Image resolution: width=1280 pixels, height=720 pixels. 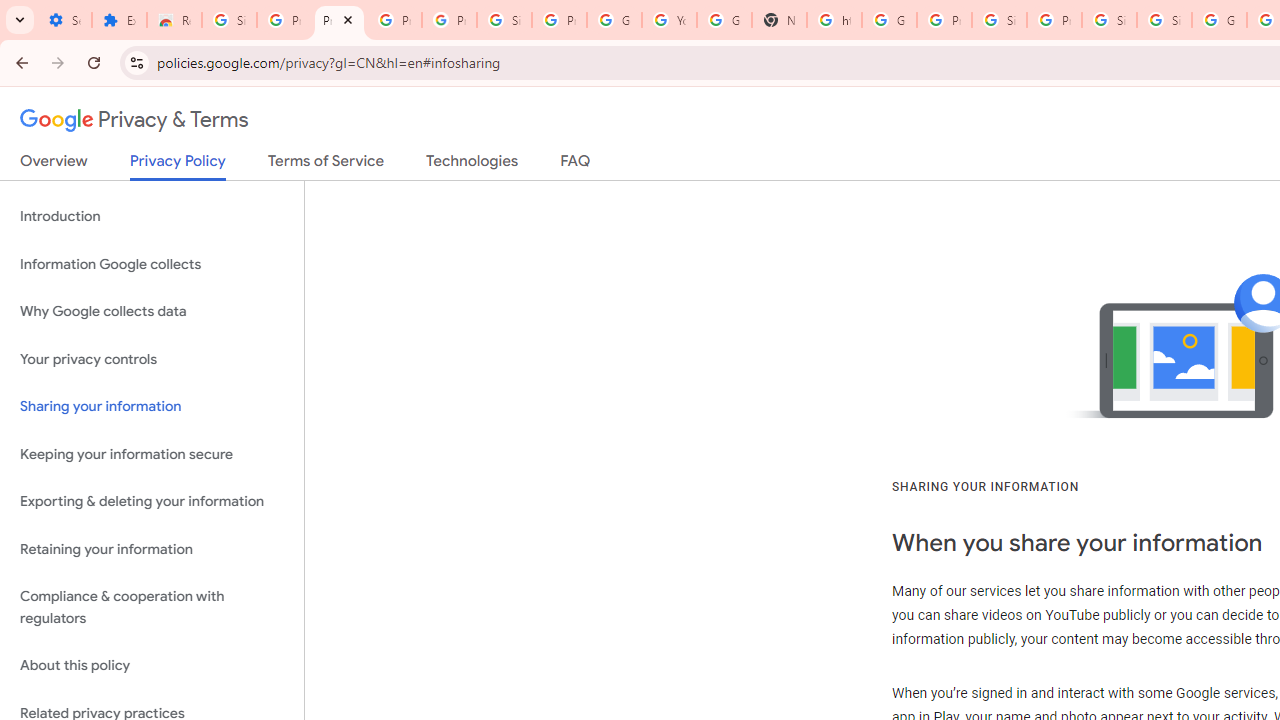 I want to click on 'Sign in - Google Accounts', so click(x=1164, y=20).